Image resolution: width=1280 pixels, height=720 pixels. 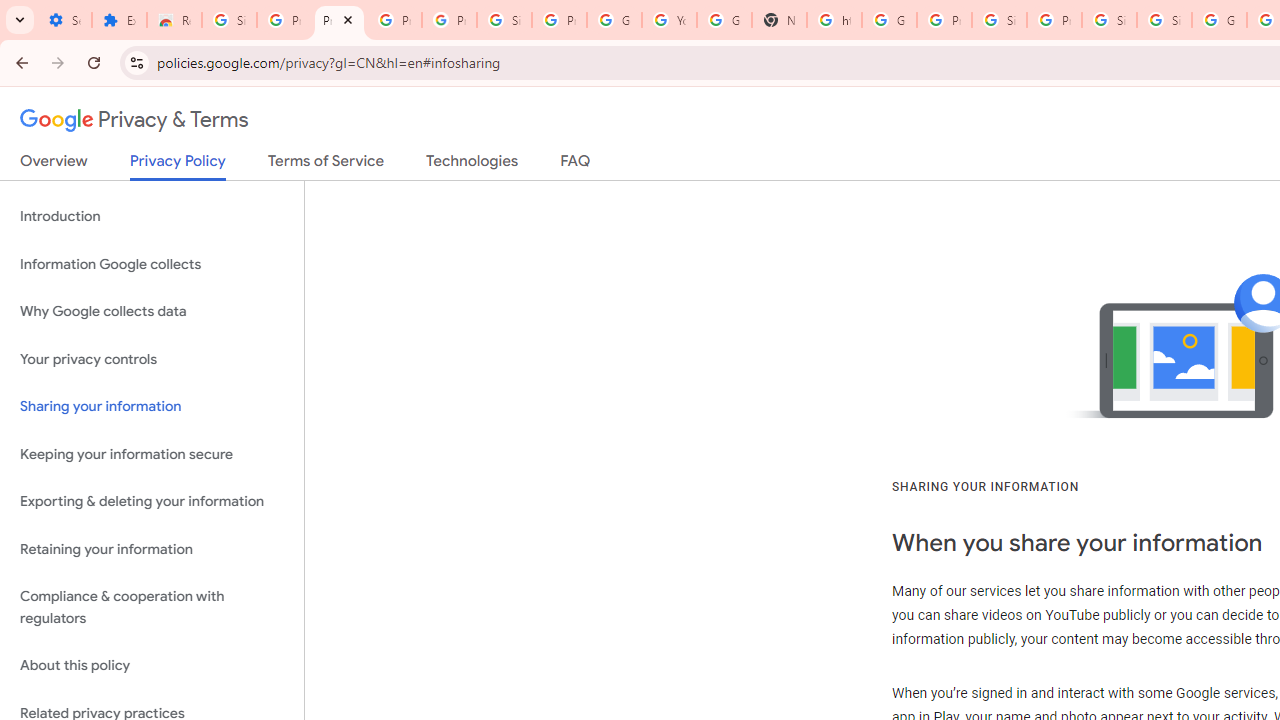 I want to click on 'Sign in - Google Accounts', so click(x=1164, y=20).